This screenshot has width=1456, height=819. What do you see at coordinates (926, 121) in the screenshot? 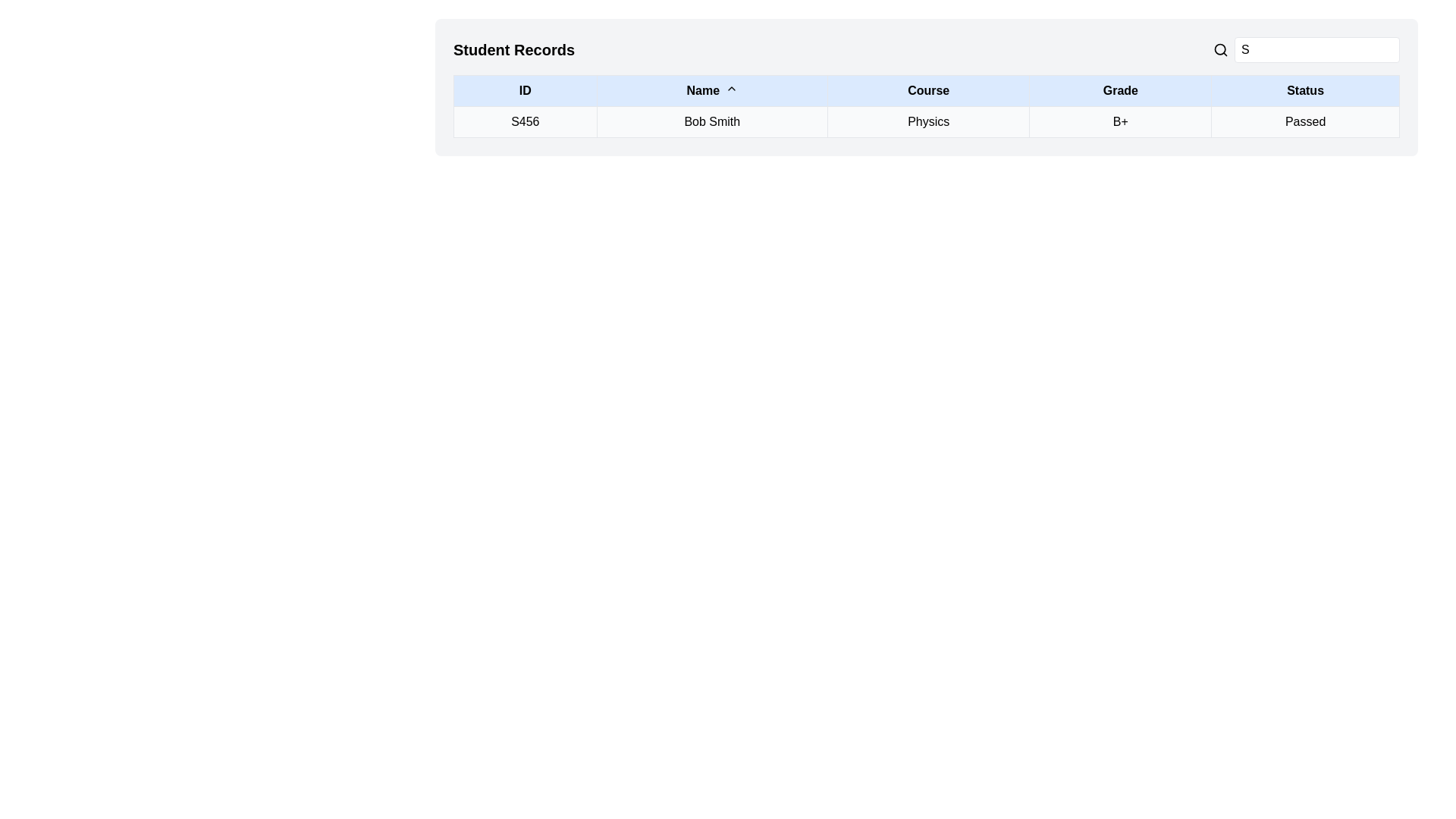
I see `the first row of the student details table, which includes 'ID: S456', 'Name: Bob Smith', 'Course: Physics', 'Grade: B+', 'Status: Passed'` at bounding box center [926, 121].